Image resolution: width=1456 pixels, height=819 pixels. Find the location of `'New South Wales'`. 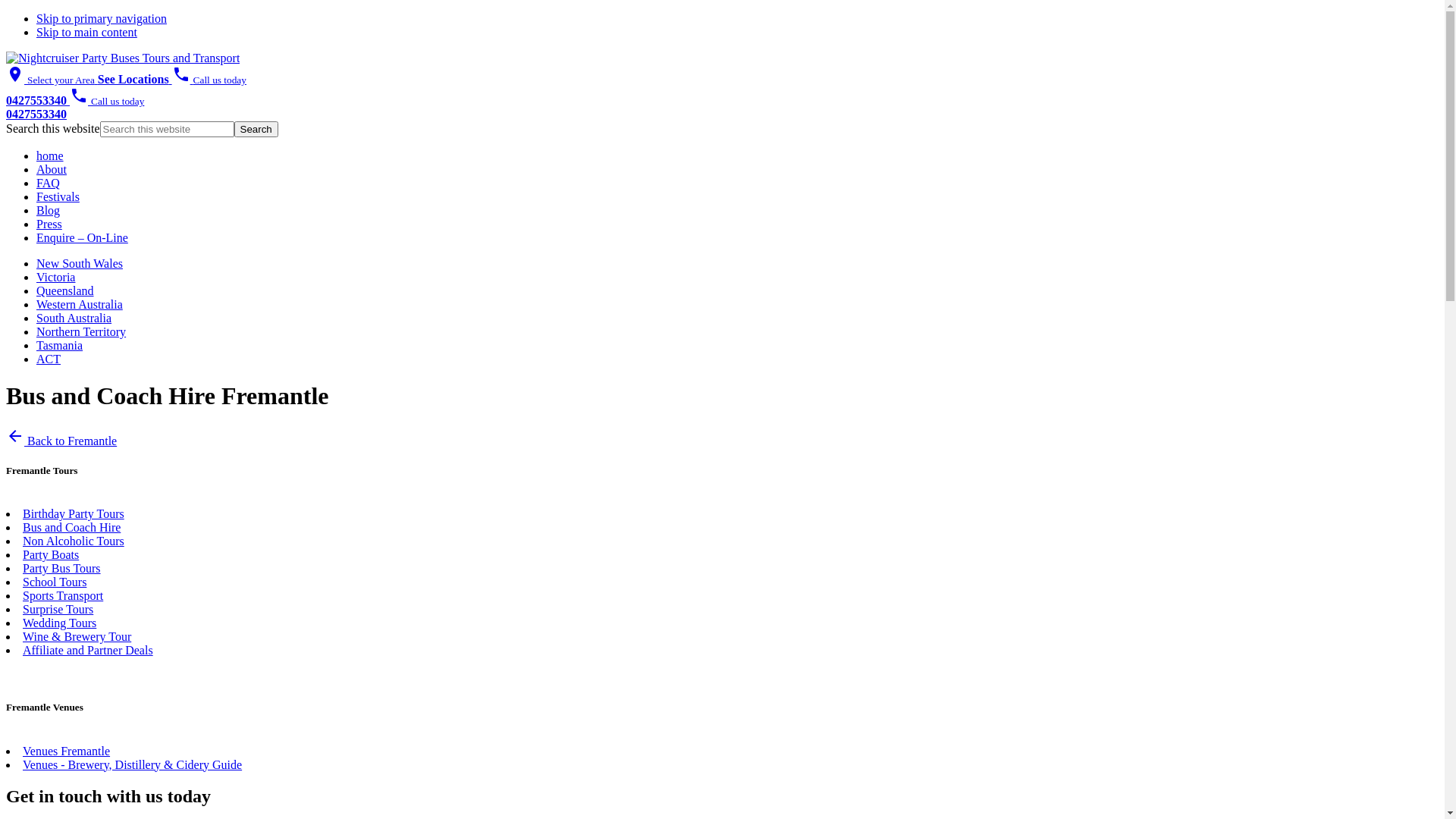

'New South Wales' is located at coordinates (79, 262).